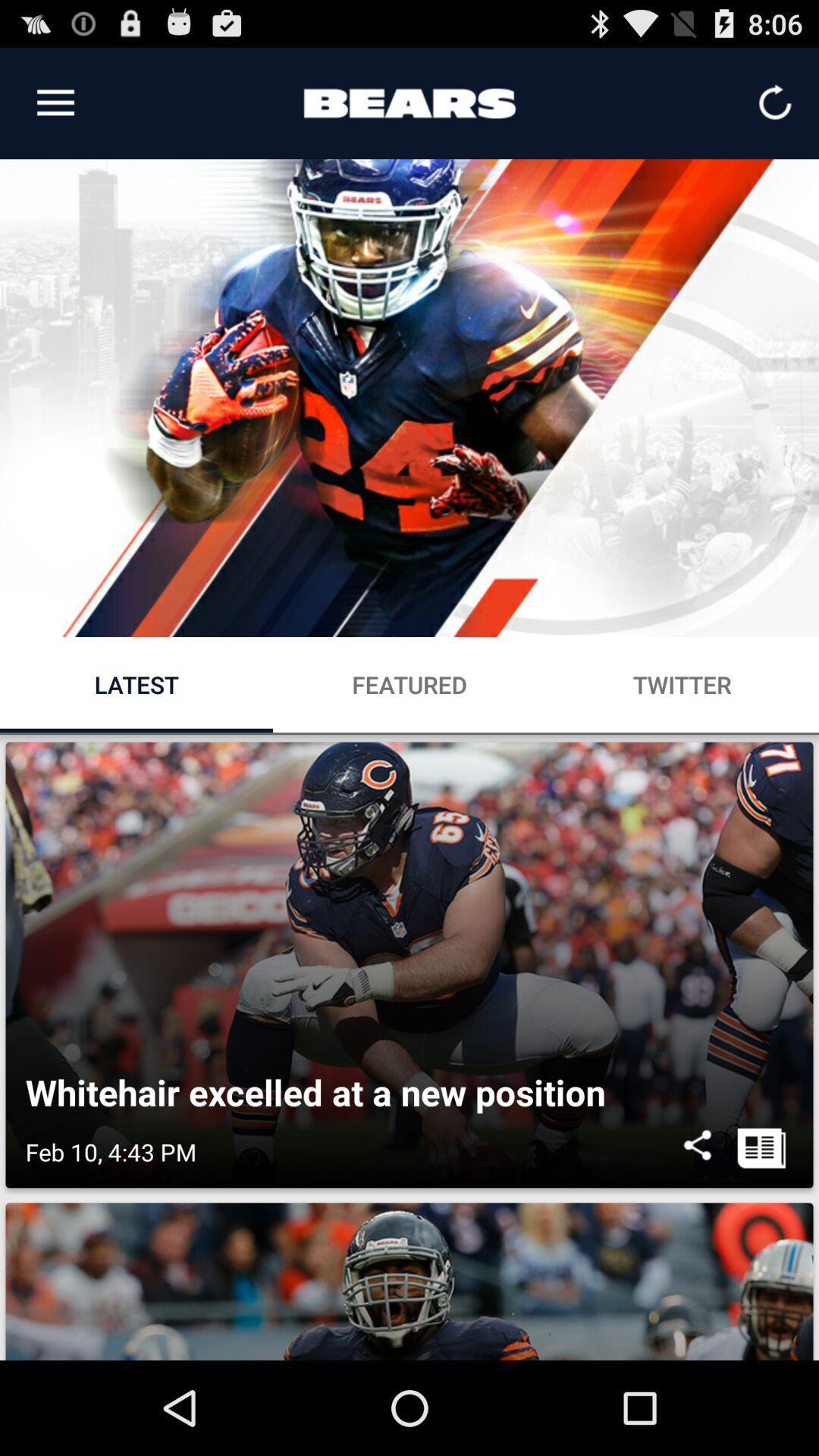  Describe the element at coordinates (55, 102) in the screenshot. I see `the icon at the top left corner` at that location.